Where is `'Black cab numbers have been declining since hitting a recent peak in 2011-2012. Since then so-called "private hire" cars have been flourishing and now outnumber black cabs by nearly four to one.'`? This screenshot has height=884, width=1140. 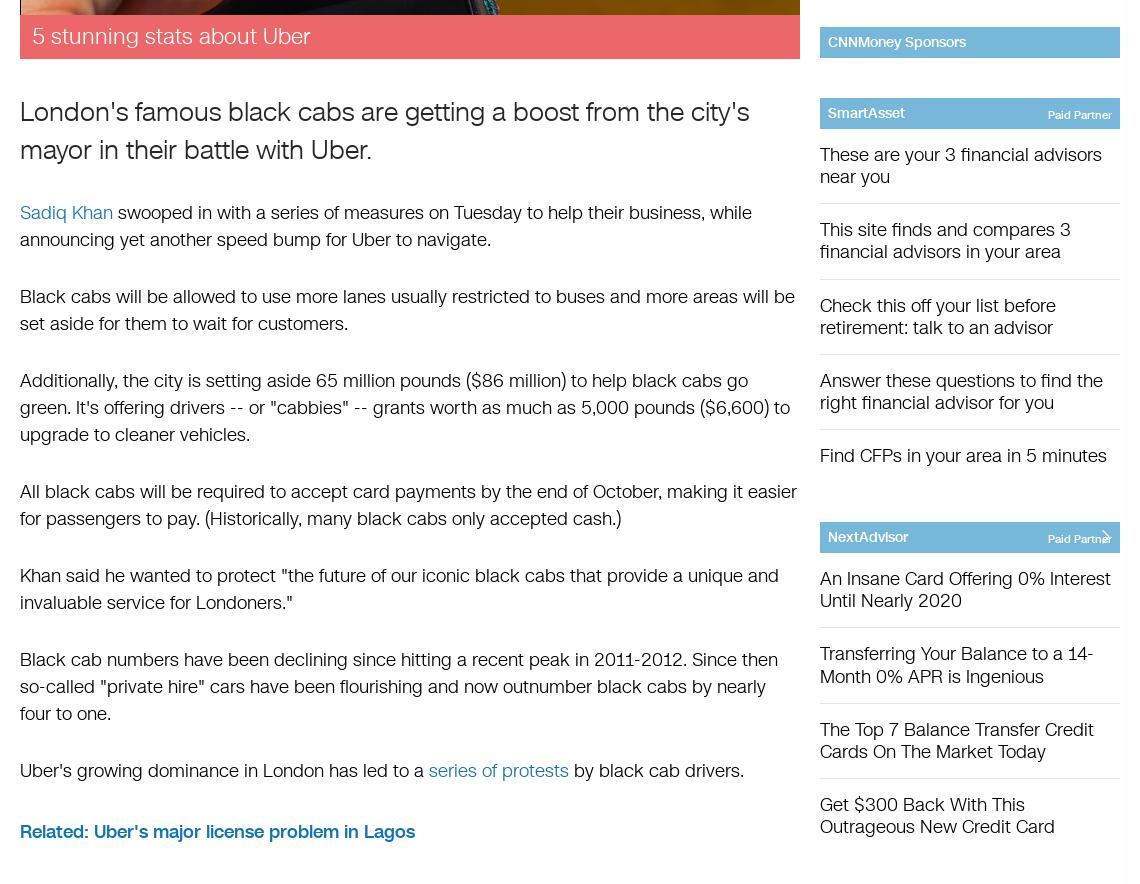
'Black cab numbers have been declining since hitting a recent peak in 2011-2012. Since then so-called "private hire" cars have been flourishing and now outnumber black cabs by nearly four to one.' is located at coordinates (19, 686).